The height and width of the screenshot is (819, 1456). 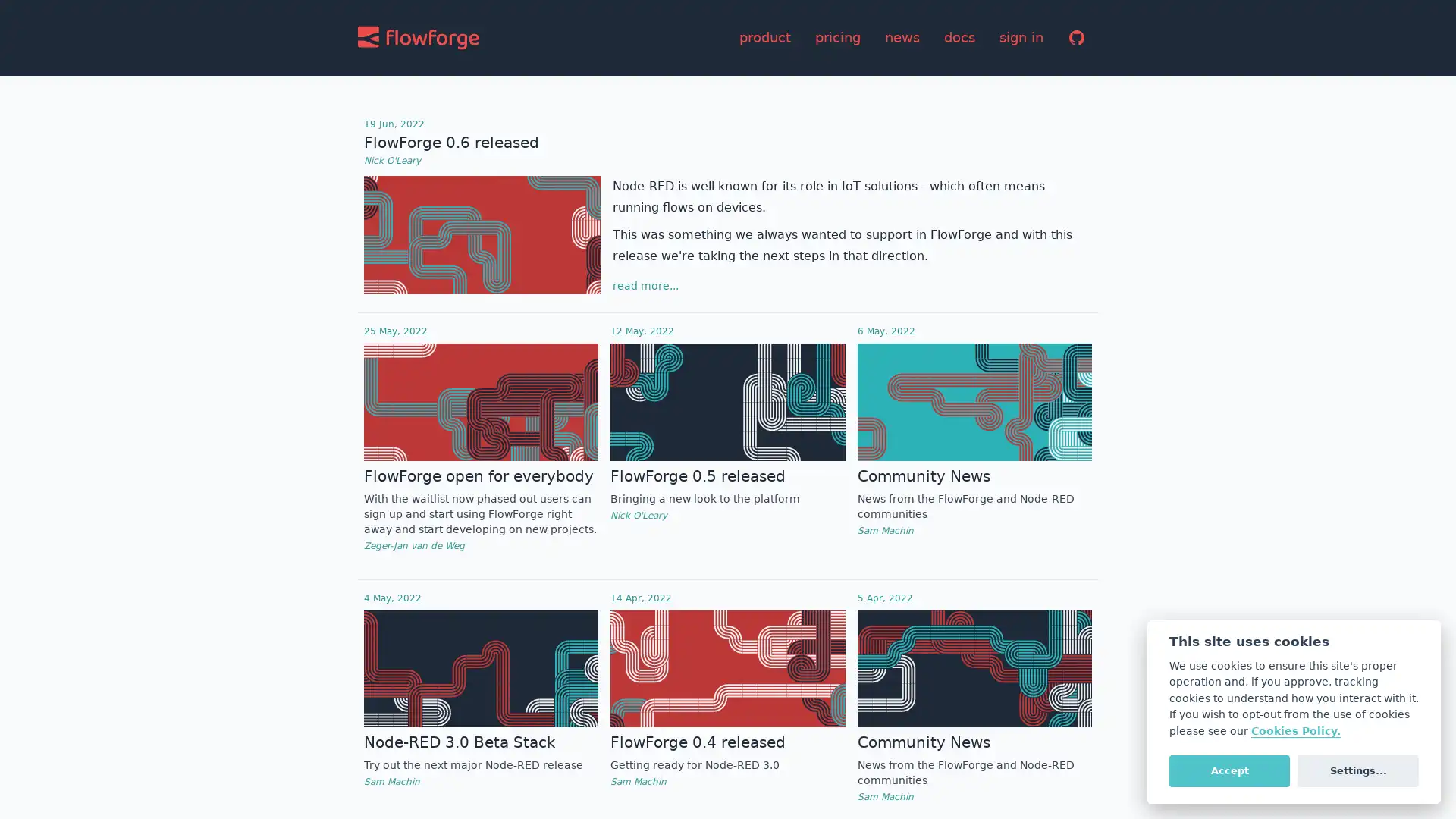 What do you see at coordinates (1357, 770) in the screenshot?
I see `Settings...` at bounding box center [1357, 770].